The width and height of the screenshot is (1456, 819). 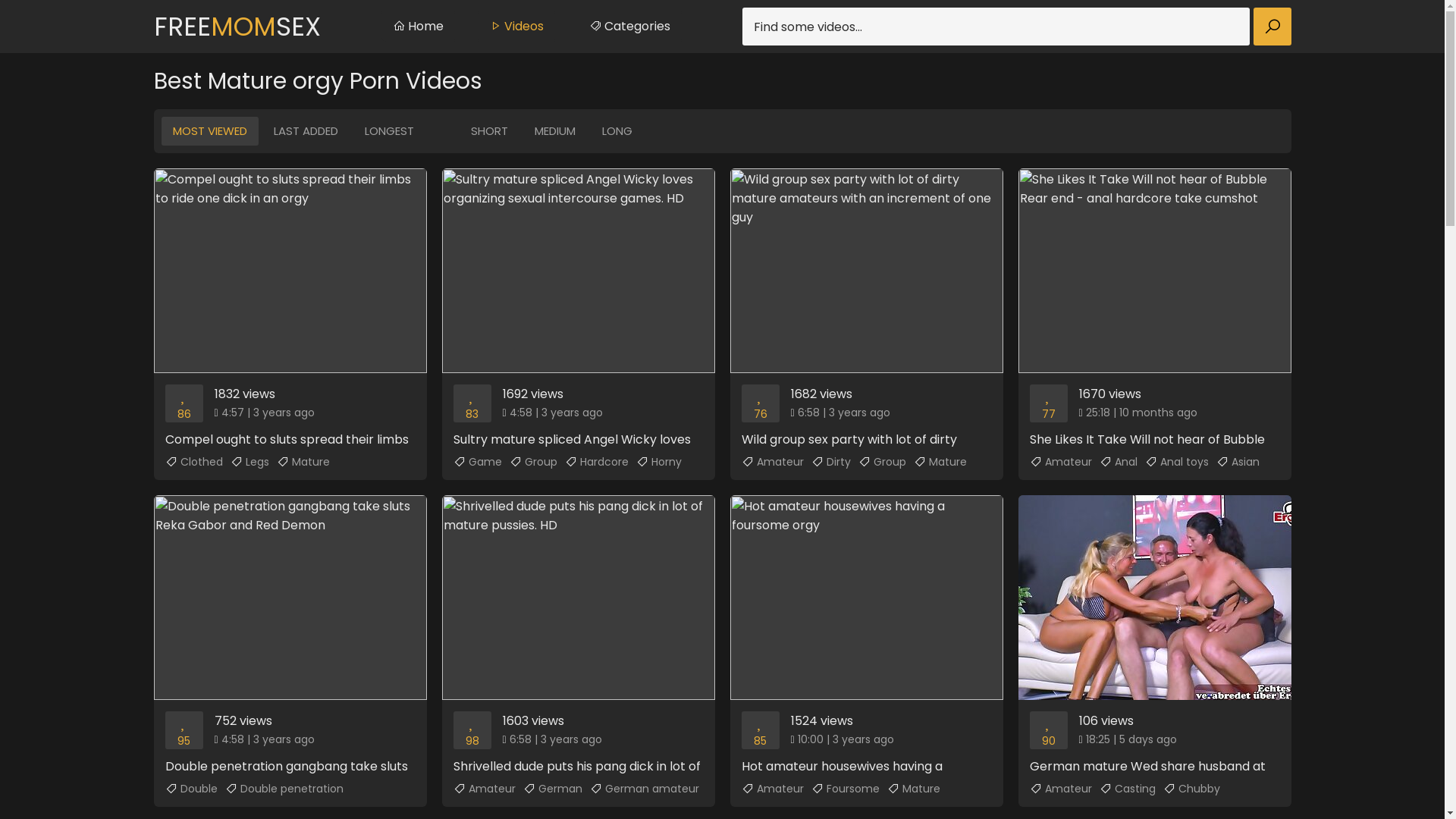 I want to click on 'Categories', so click(x=629, y=26).